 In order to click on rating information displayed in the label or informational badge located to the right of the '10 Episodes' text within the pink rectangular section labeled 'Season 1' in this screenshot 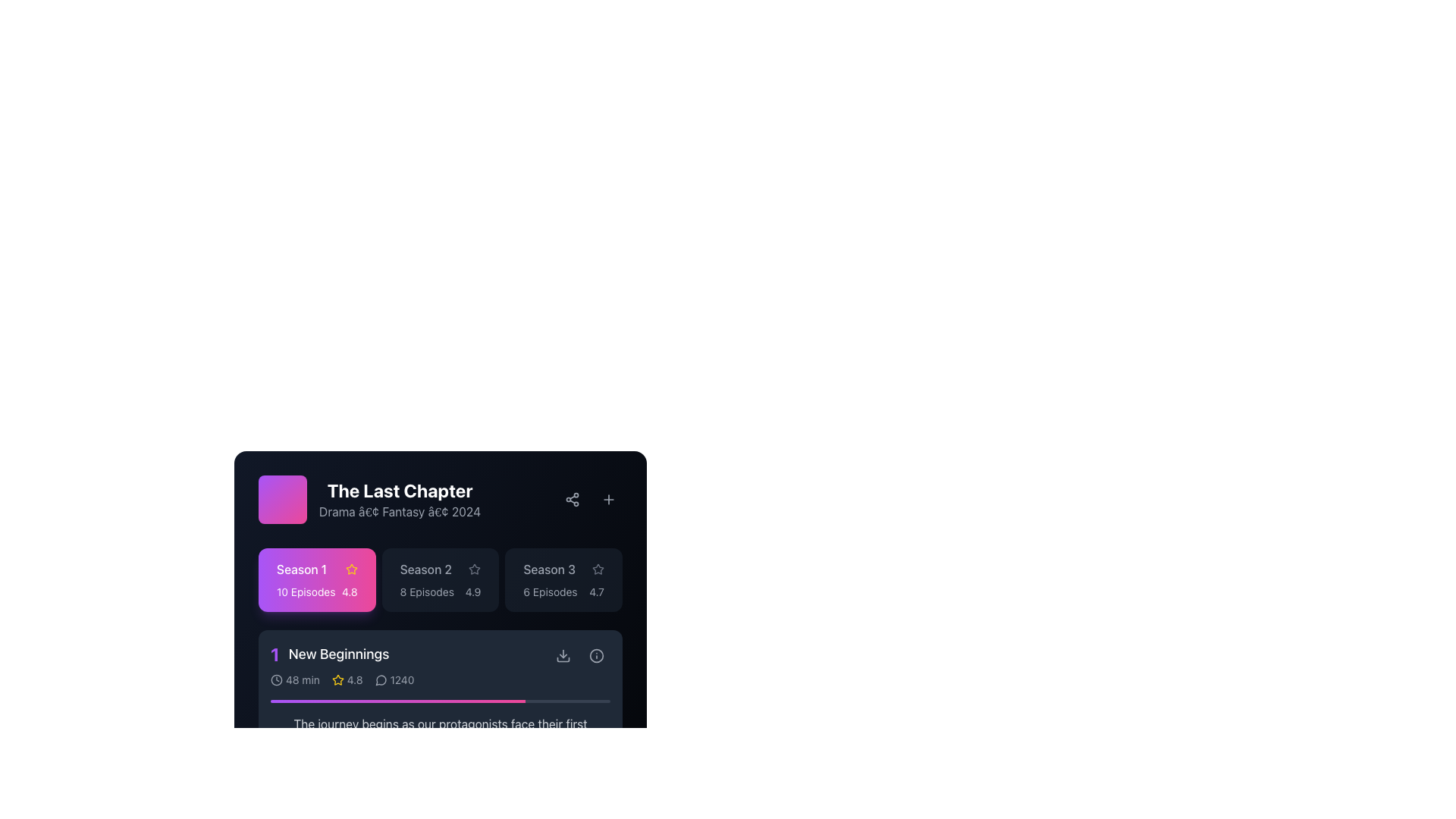, I will do `click(349, 591)`.